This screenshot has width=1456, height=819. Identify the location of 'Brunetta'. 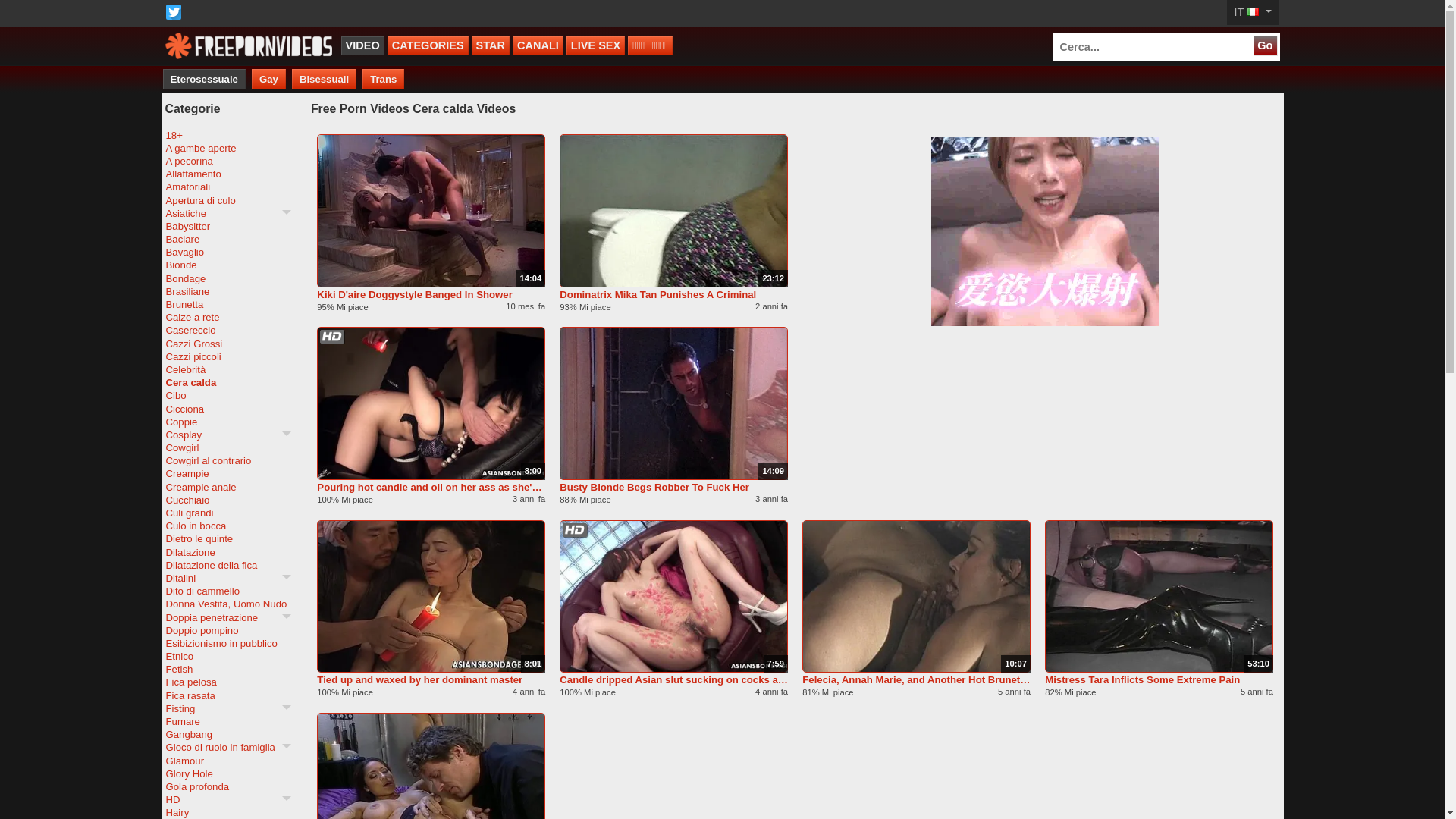
(227, 304).